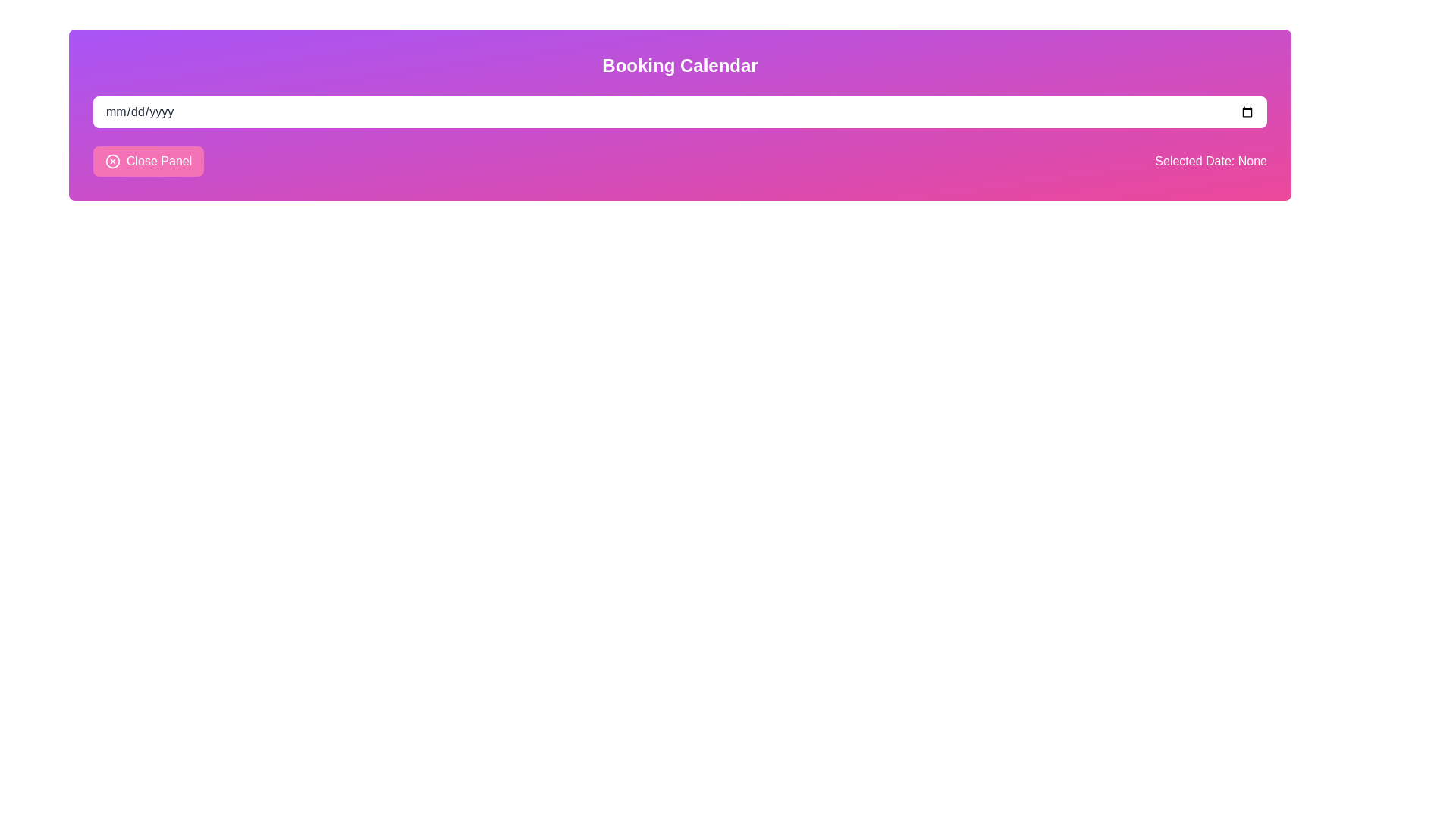 The image size is (1456, 819). I want to click on the SVG Circle element which is part of the 'Close Panel' button located at the bottom-left corner of the interface, so click(111, 161).